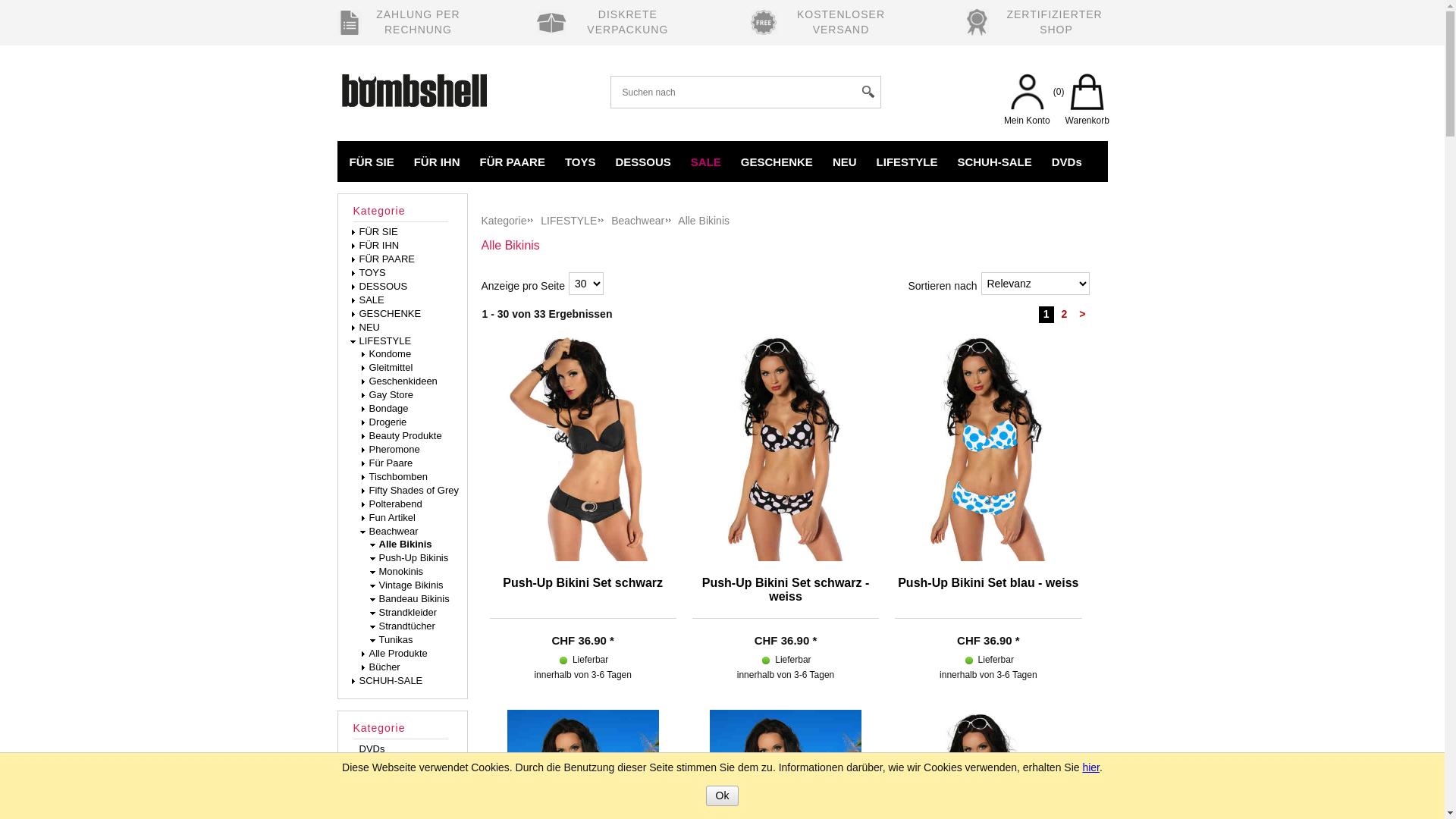 Image resolution: width=1456 pixels, height=819 pixels. Describe the element at coordinates (368, 652) in the screenshot. I see `' Alle Produkte'` at that location.